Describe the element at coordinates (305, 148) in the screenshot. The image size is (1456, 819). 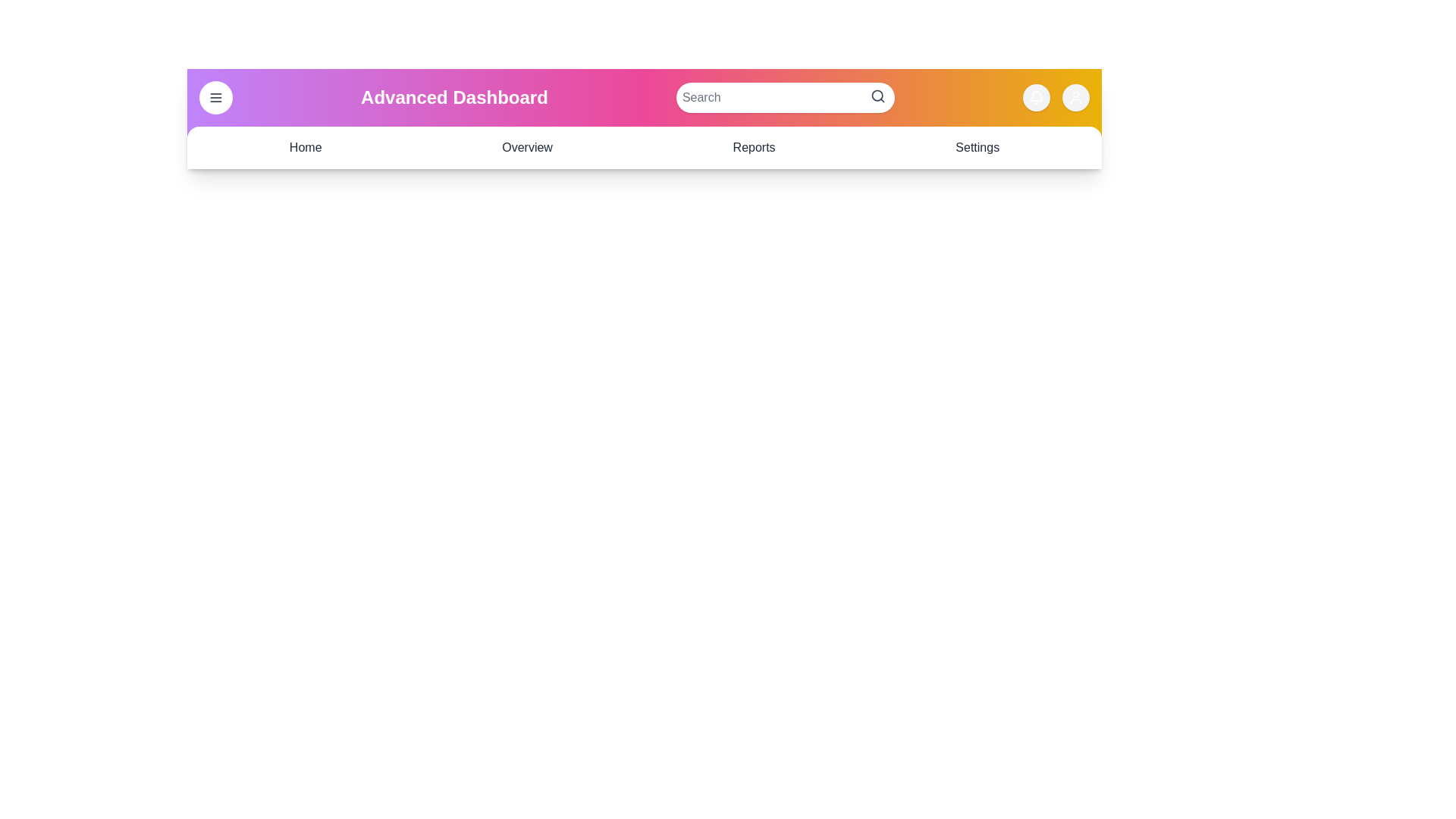
I see `the navigation link Home` at that location.